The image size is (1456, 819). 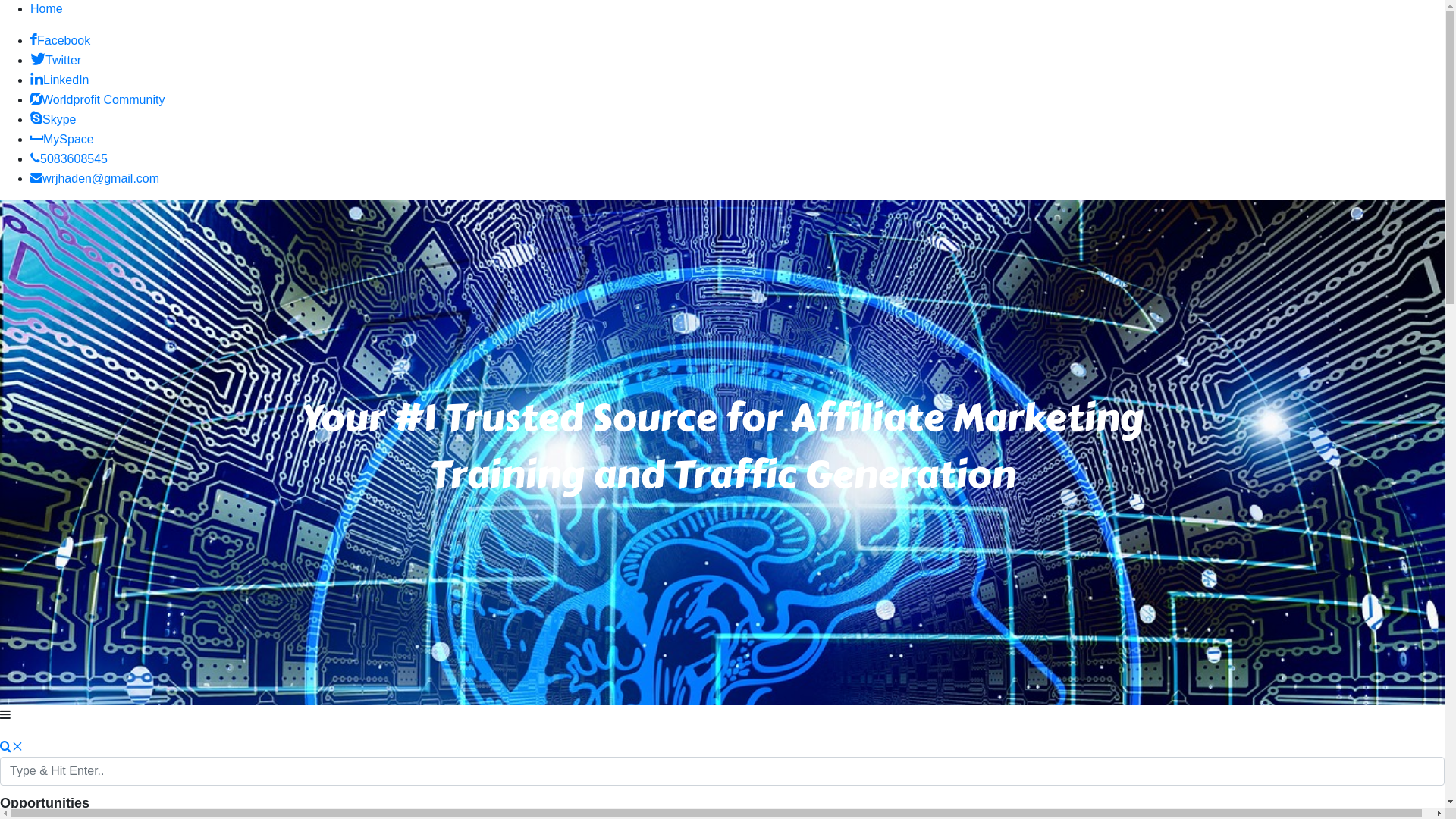 I want to click on 'Facebook', so click(x=60, y=39).